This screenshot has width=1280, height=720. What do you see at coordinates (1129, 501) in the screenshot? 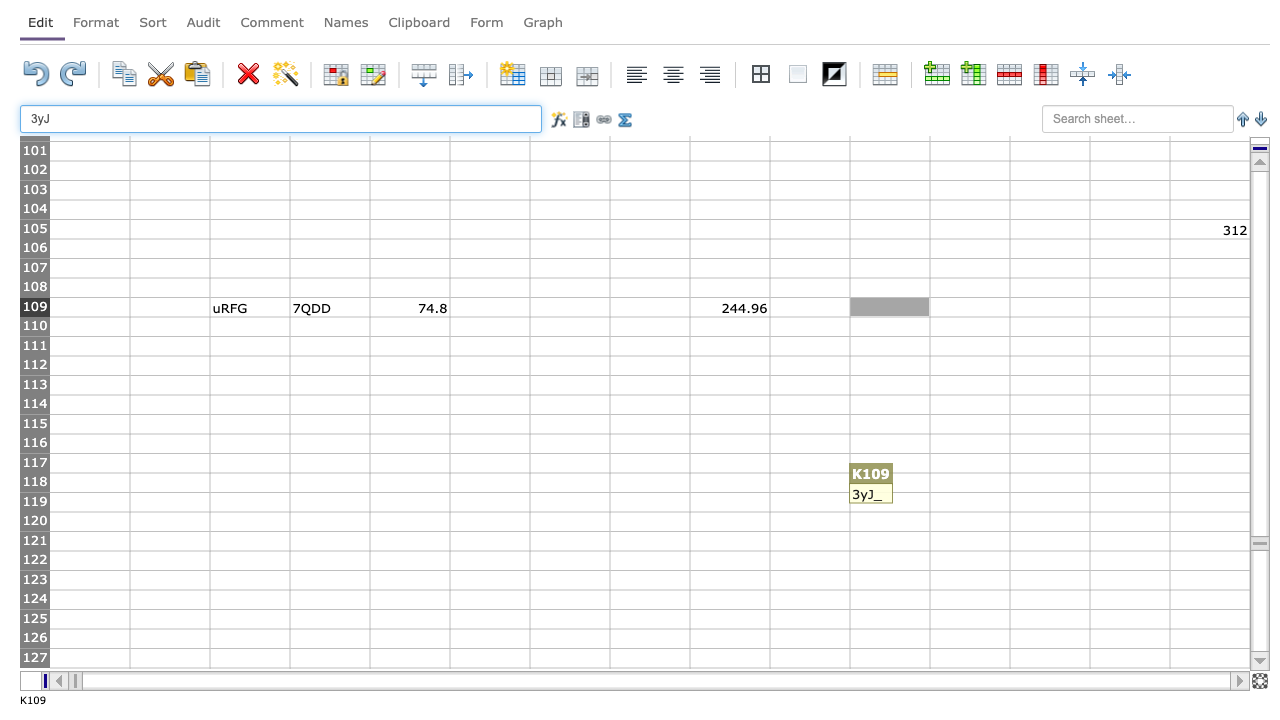
I see `Col: N, Row: 119` at bounding box center [1129, 501].